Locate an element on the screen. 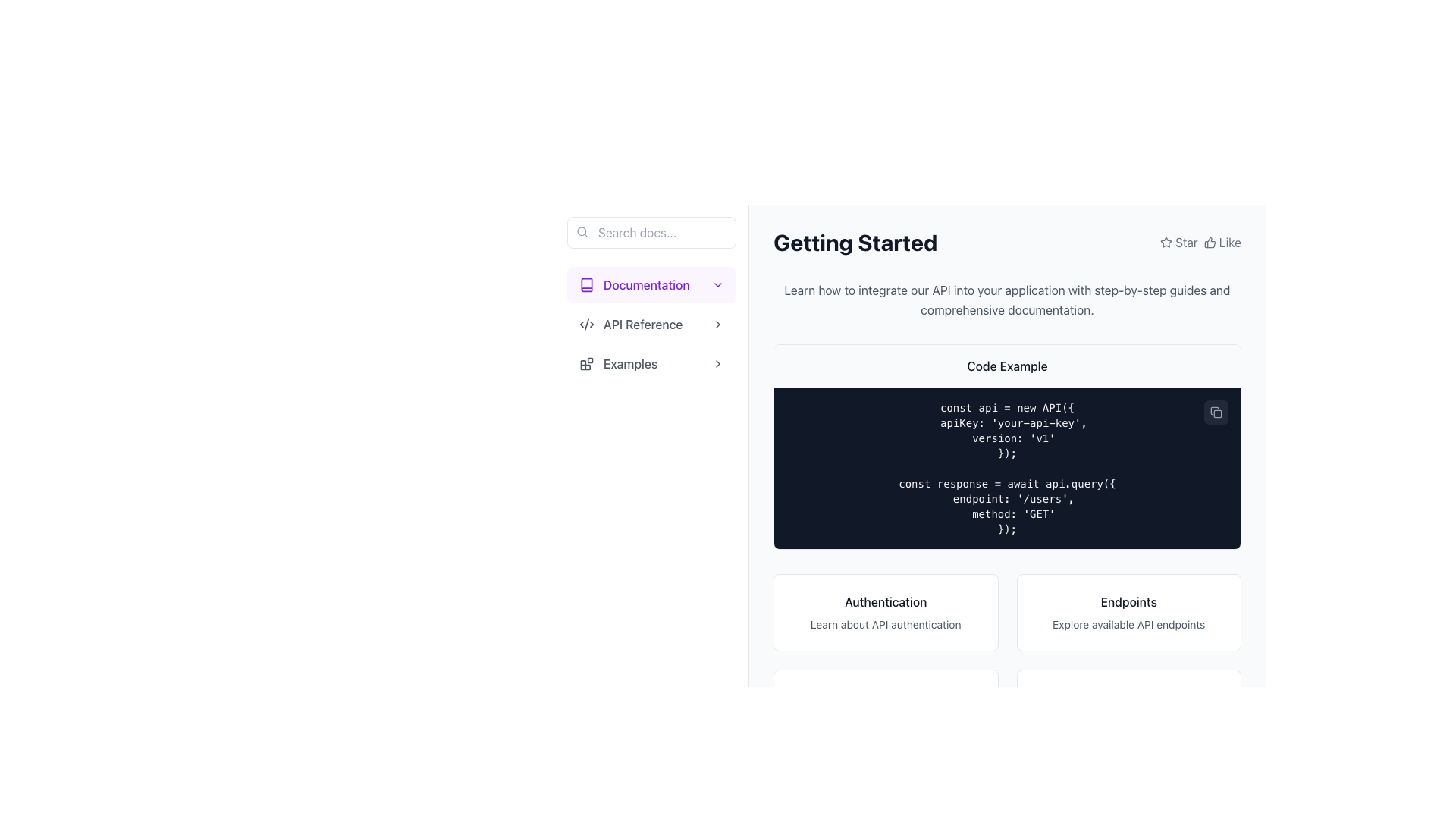 This screenshot has width=1456, height=819. the 'Like' text label, which is styled in light gray and positioned to the right of the thumbs-up icon in the top-right corner of the interface is located at coordinates (1230, 242).